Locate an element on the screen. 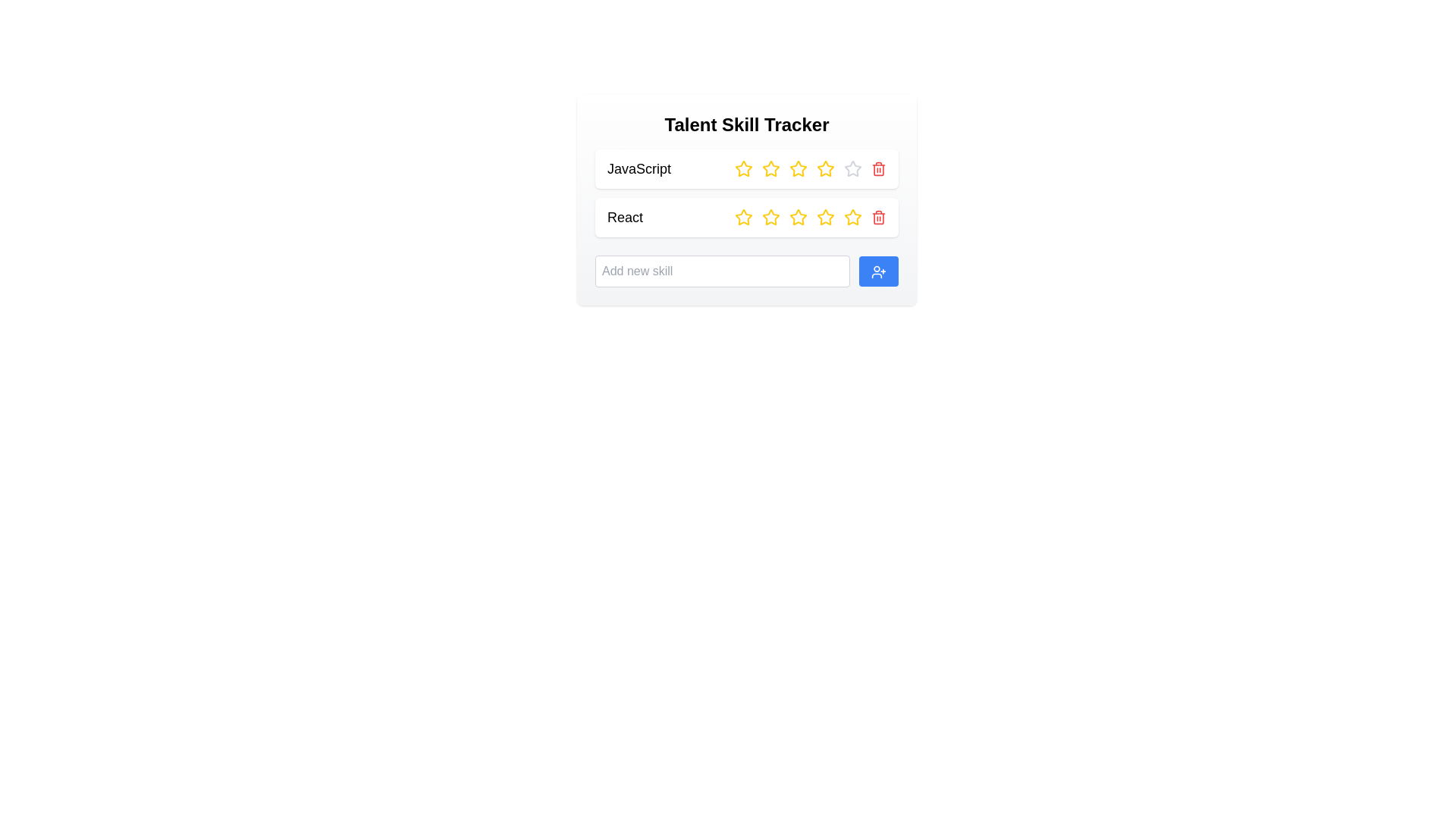 The width and height of the screenshot is (1456, 819). the third star icon for rating associated with the skill 'React' is located at coordinates (771, 217).